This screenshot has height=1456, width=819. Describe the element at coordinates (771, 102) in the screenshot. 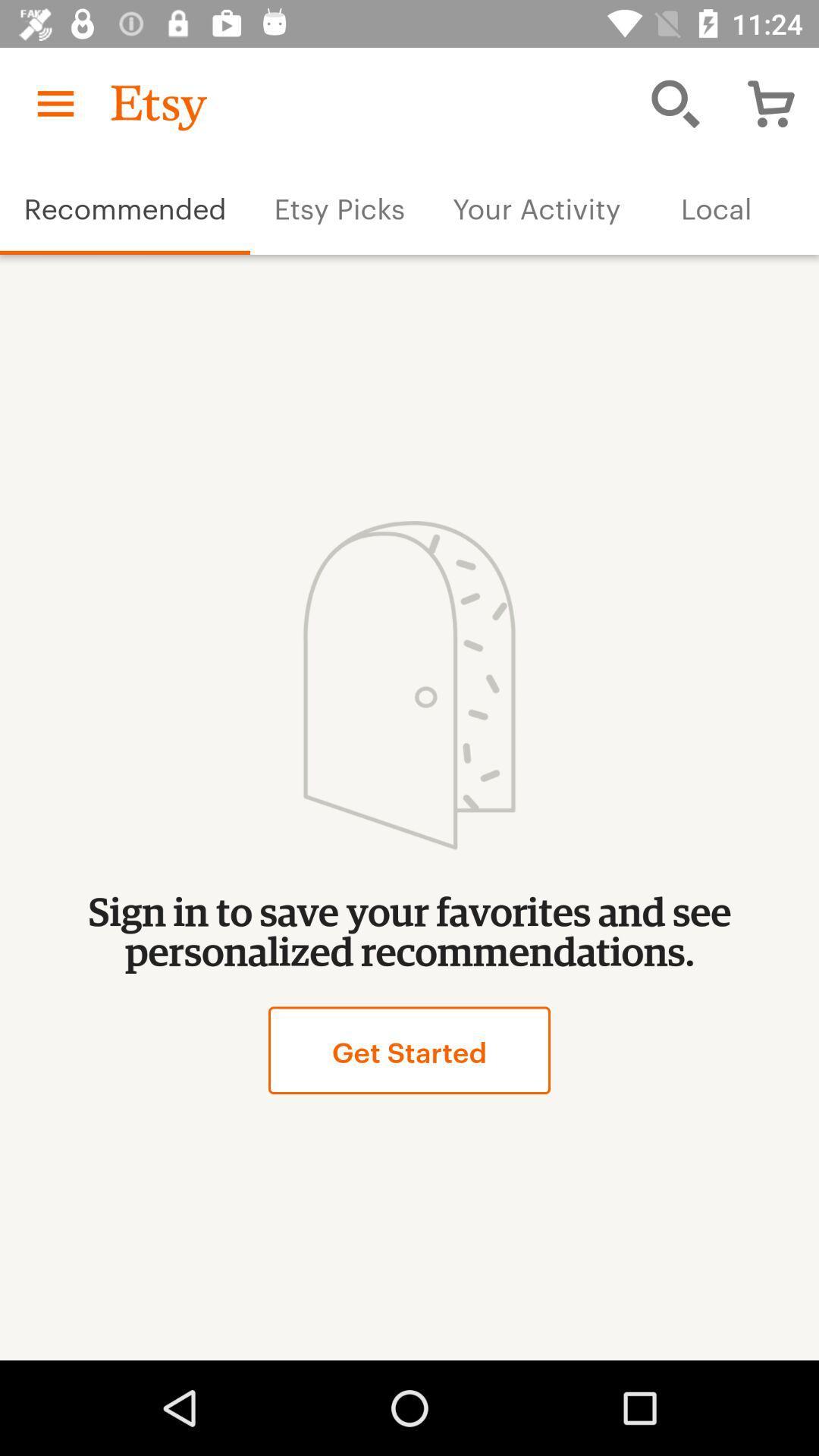

I see `the shopping cart icon` at that location.